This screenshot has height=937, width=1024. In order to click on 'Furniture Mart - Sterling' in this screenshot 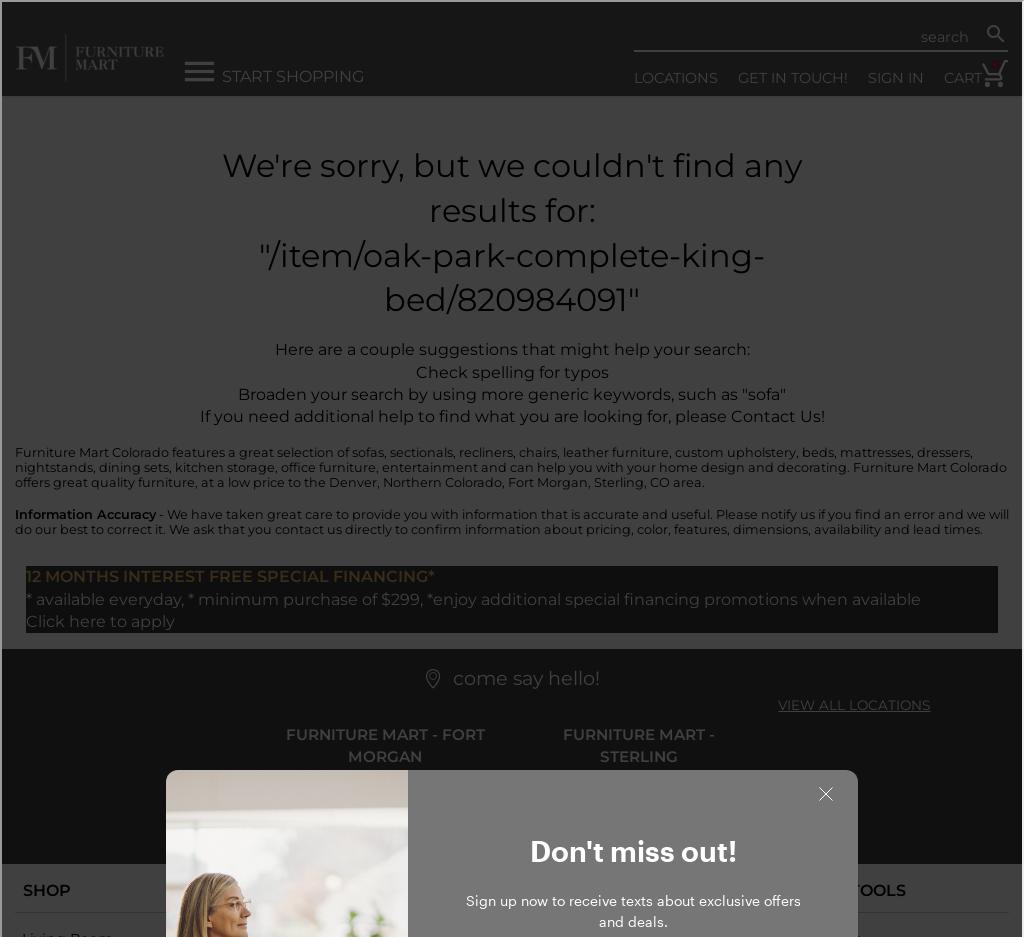, I will do `click(637, 744)`.